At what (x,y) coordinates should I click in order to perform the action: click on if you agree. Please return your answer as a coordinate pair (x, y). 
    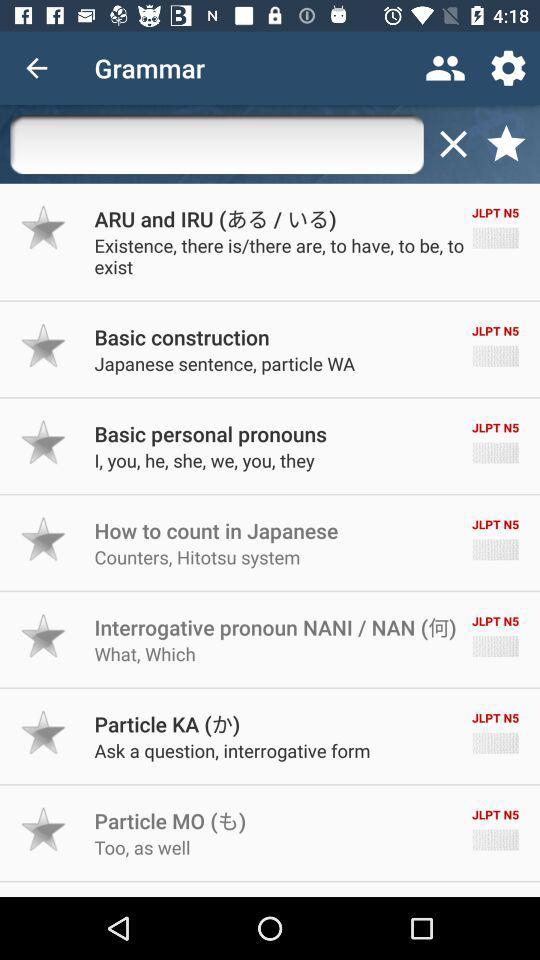
    Looking at the image, I should click on (44, 829).